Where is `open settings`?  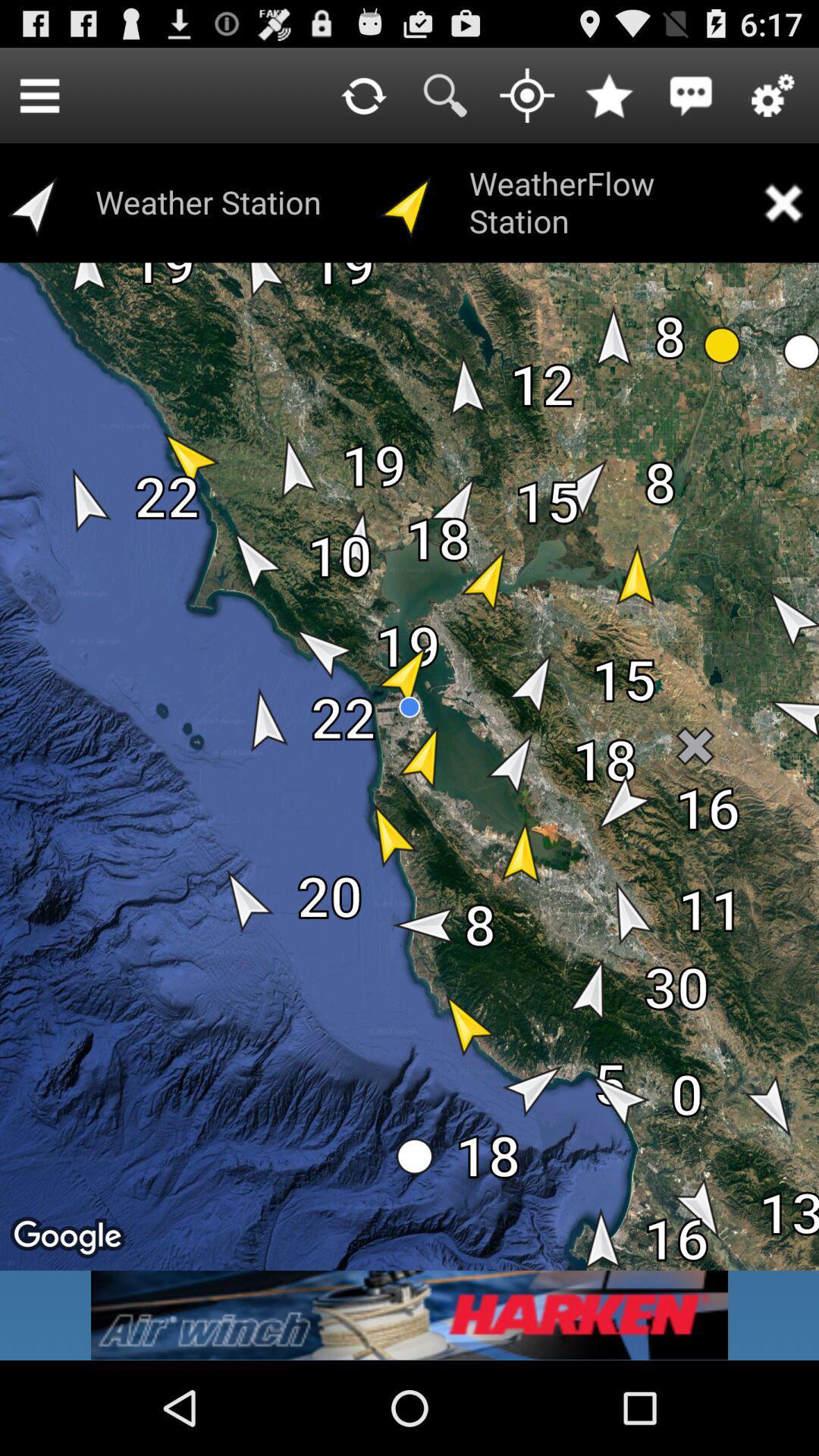
open settings is located at coordinates (773, 94).